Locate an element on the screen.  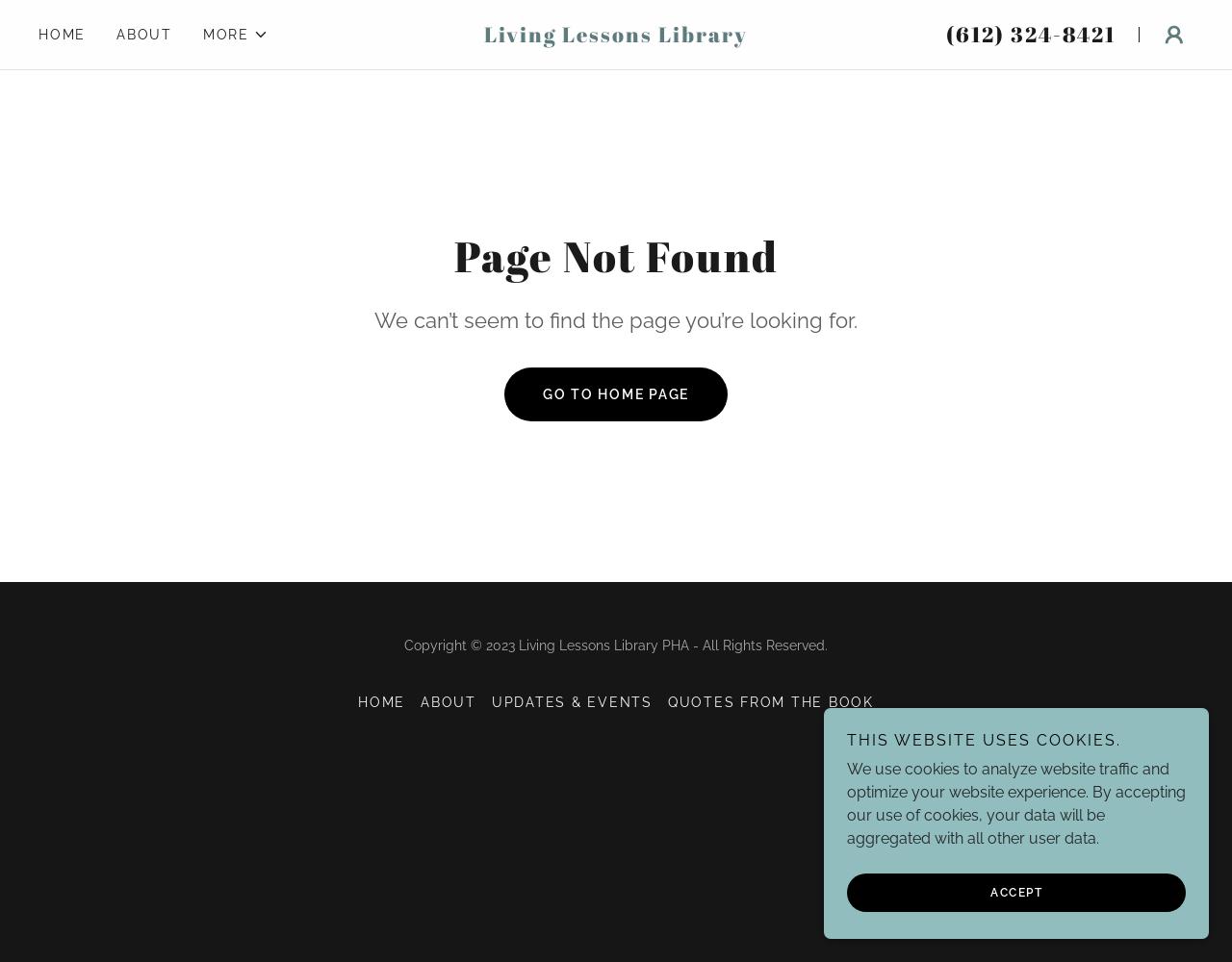
'Page Not Found' is located at coordinates (614, 256).